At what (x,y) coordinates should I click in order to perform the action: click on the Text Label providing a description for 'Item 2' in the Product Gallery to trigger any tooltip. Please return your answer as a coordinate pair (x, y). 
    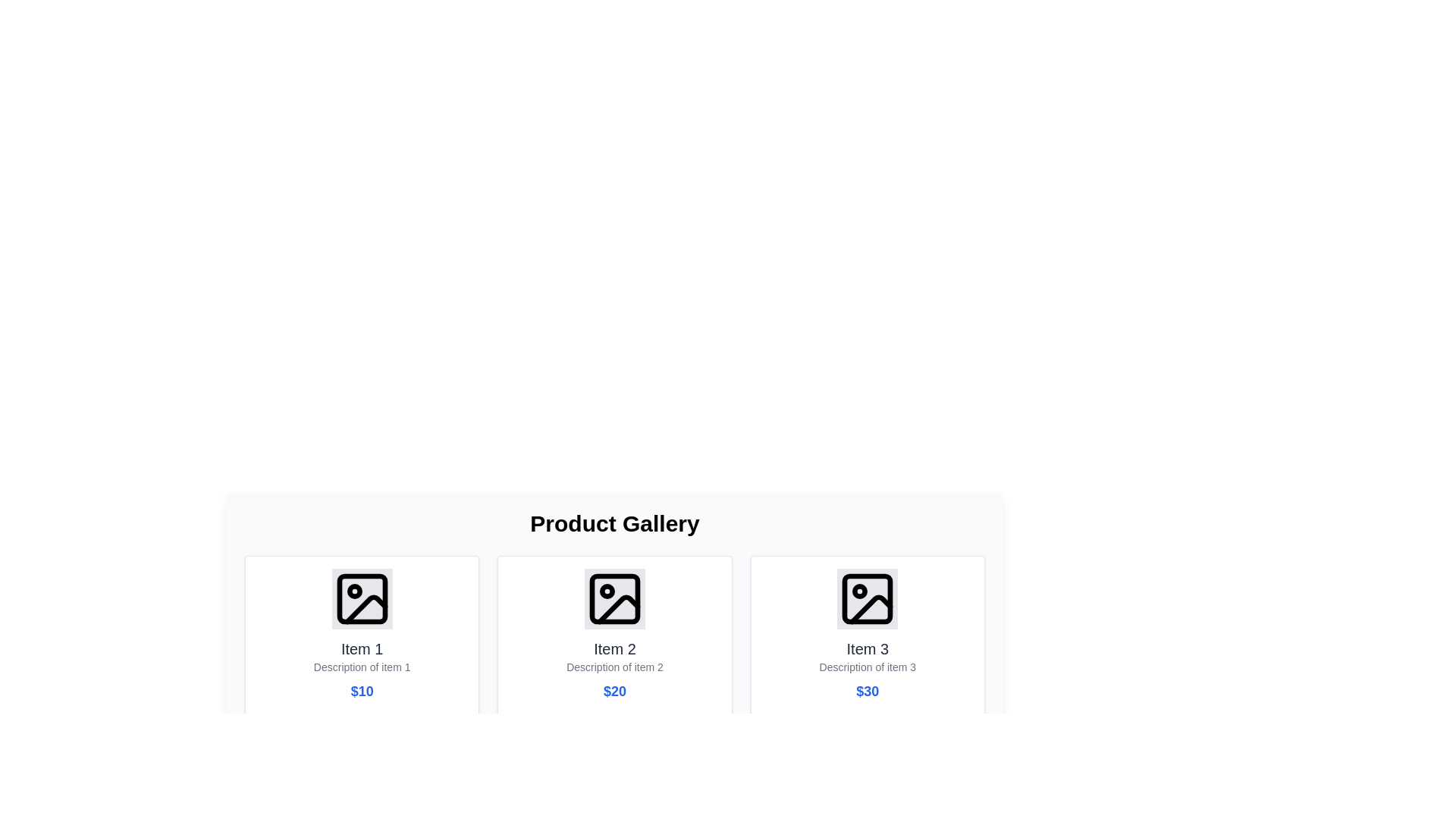
    Looking at the image, I should click on (615, 666).